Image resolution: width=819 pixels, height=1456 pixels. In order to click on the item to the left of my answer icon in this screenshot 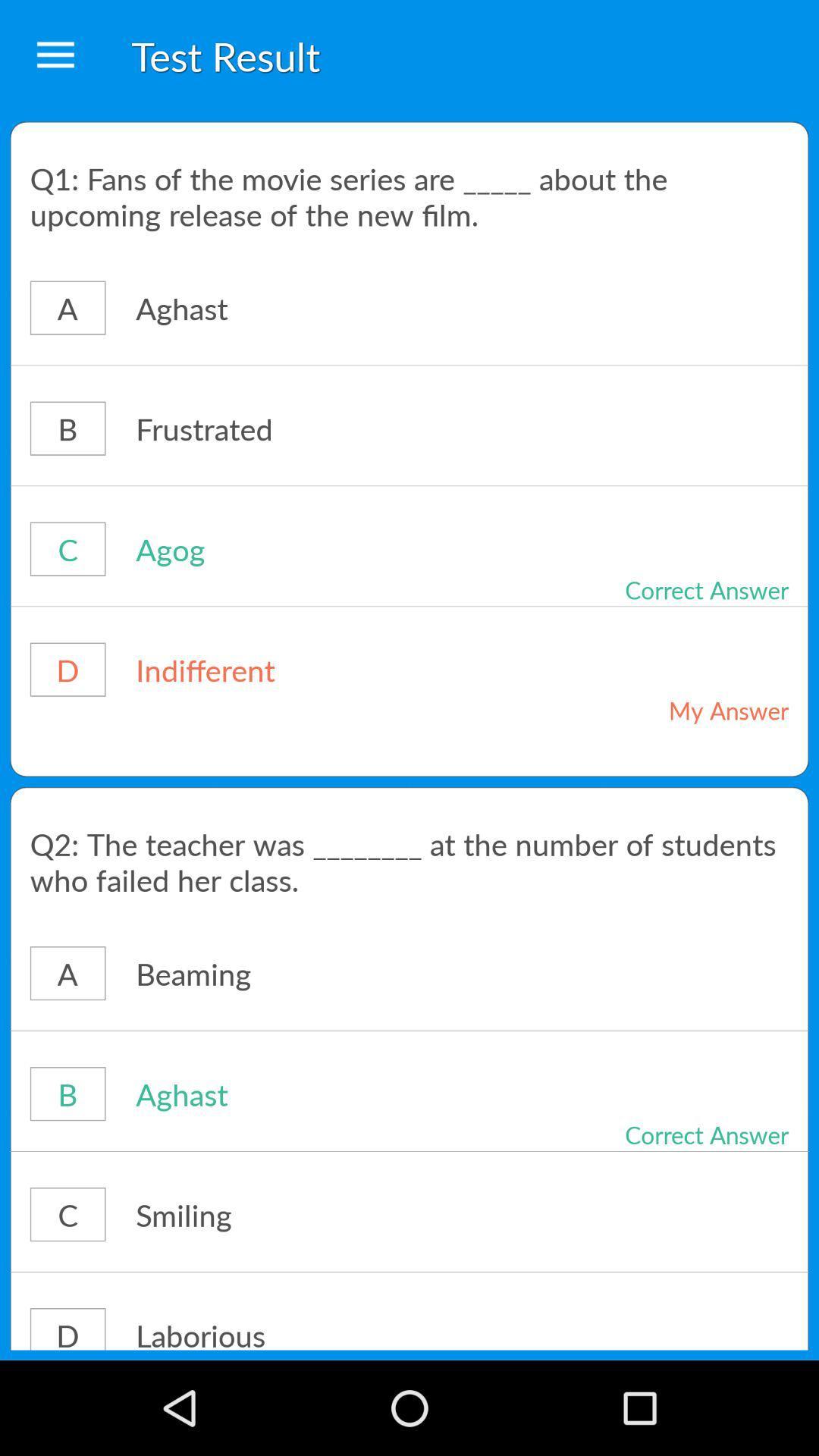, I will do `click(313, 669)`.